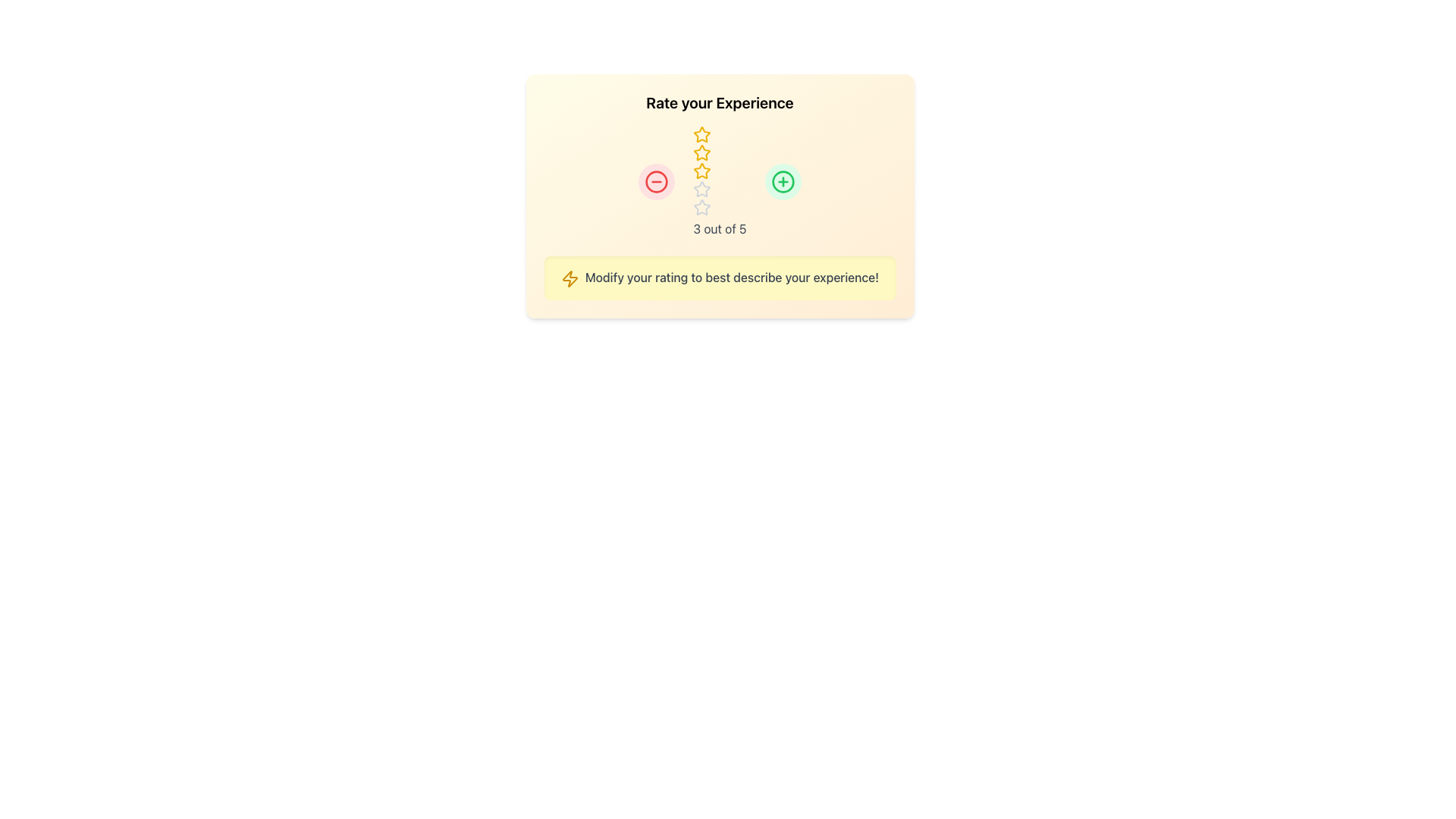 The width and height of the screenshot is (1456, 819). What do you see at coordinates (783, 180) in the screenshot?
I see `the circular button with a green background and a centered plus sign` at bounding box center [783, 180].